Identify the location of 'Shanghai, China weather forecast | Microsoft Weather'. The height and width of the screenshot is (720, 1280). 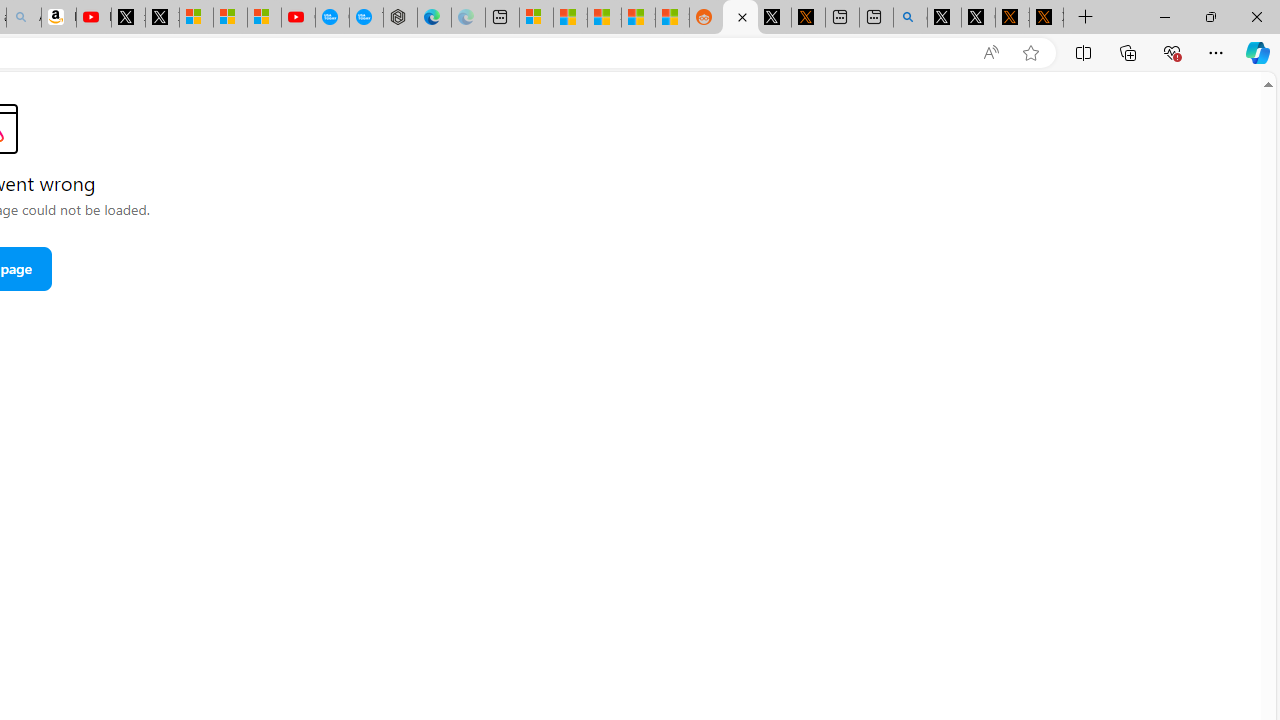
(569, 17).